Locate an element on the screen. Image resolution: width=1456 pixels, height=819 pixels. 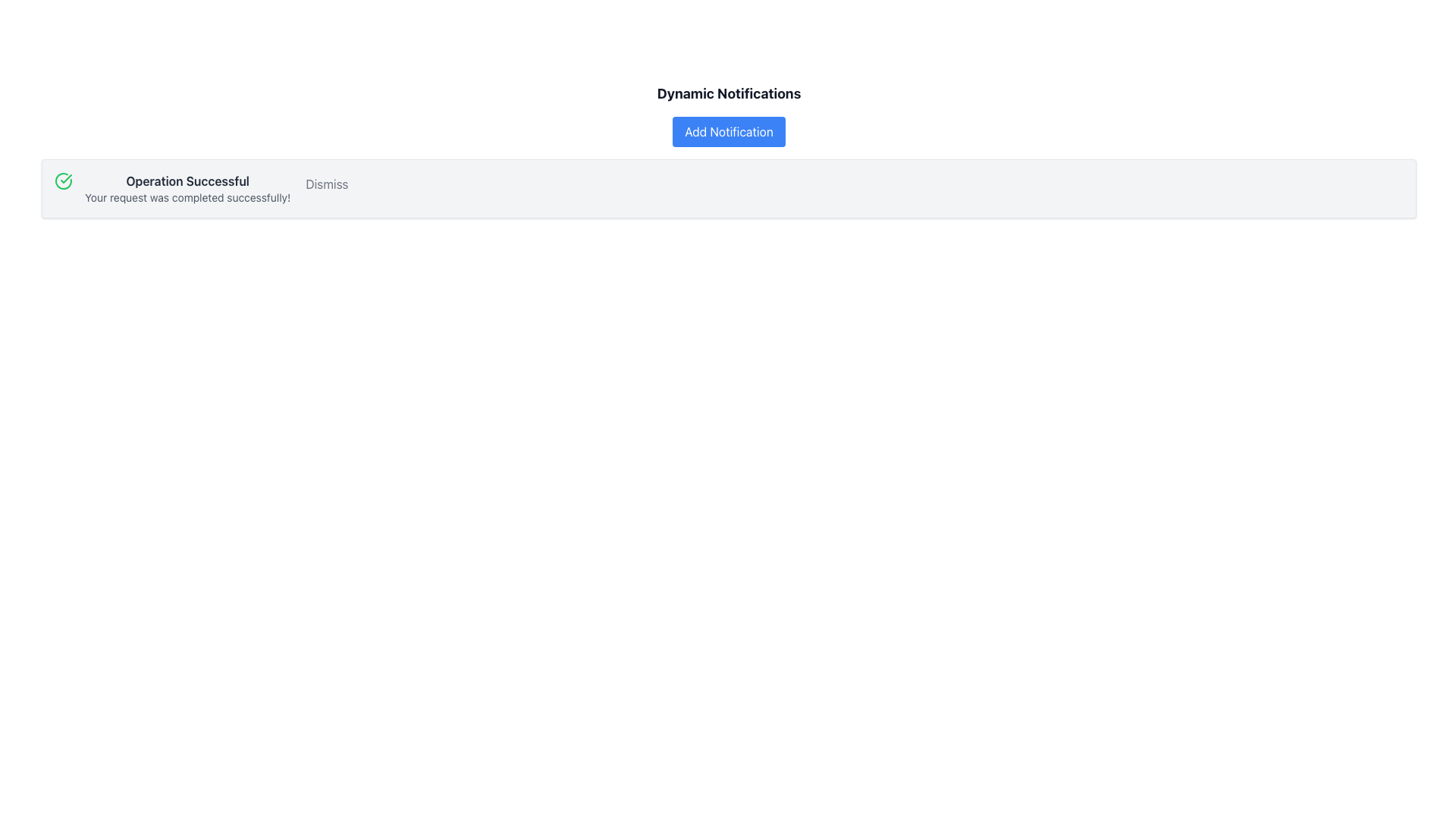
the circular green check mark icon that indicates a successful operation, which is located next to the notification text saying 'Operation Successful' is located at coordinates (62, 180).